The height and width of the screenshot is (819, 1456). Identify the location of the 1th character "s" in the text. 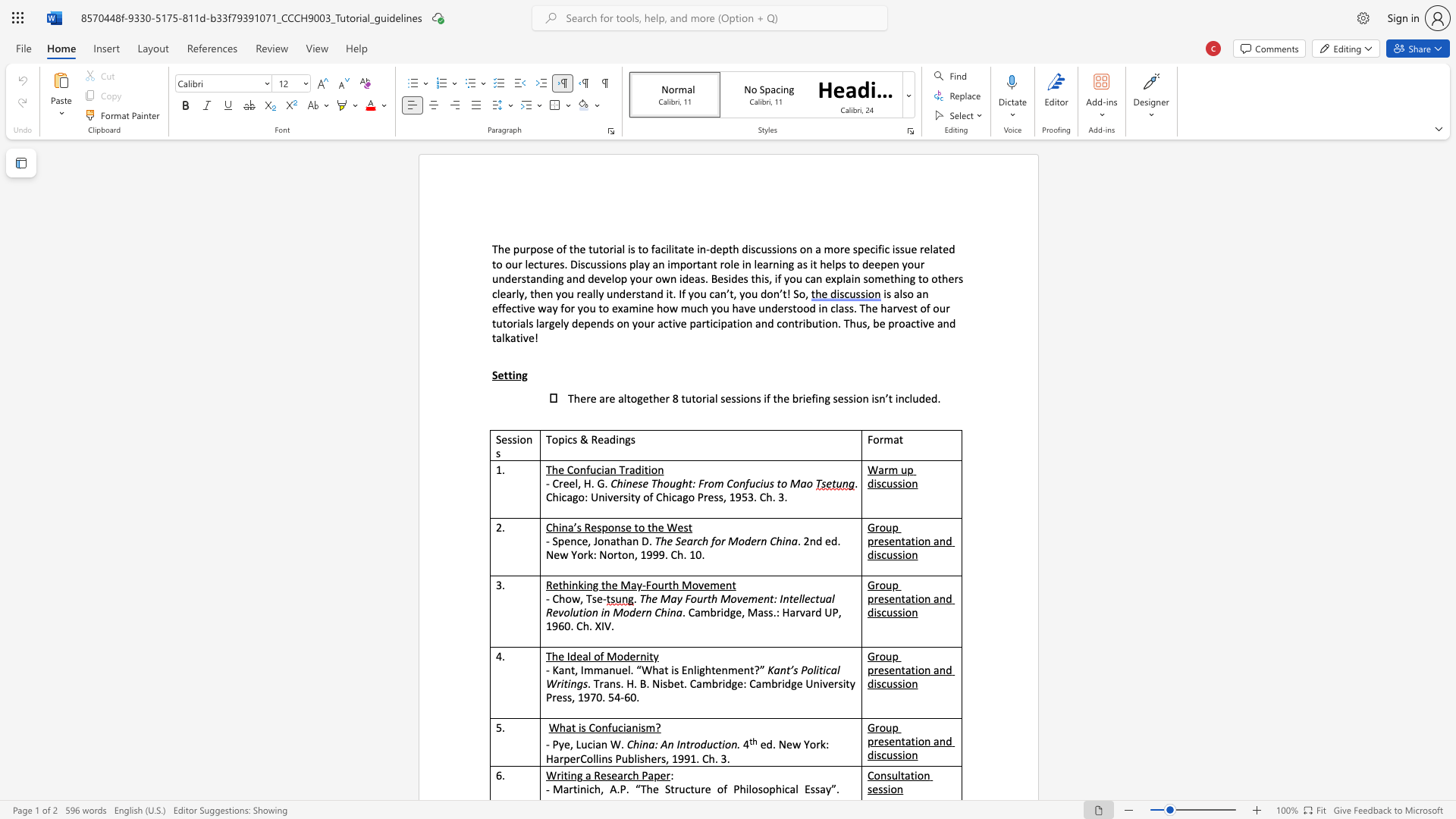
(804, 263).